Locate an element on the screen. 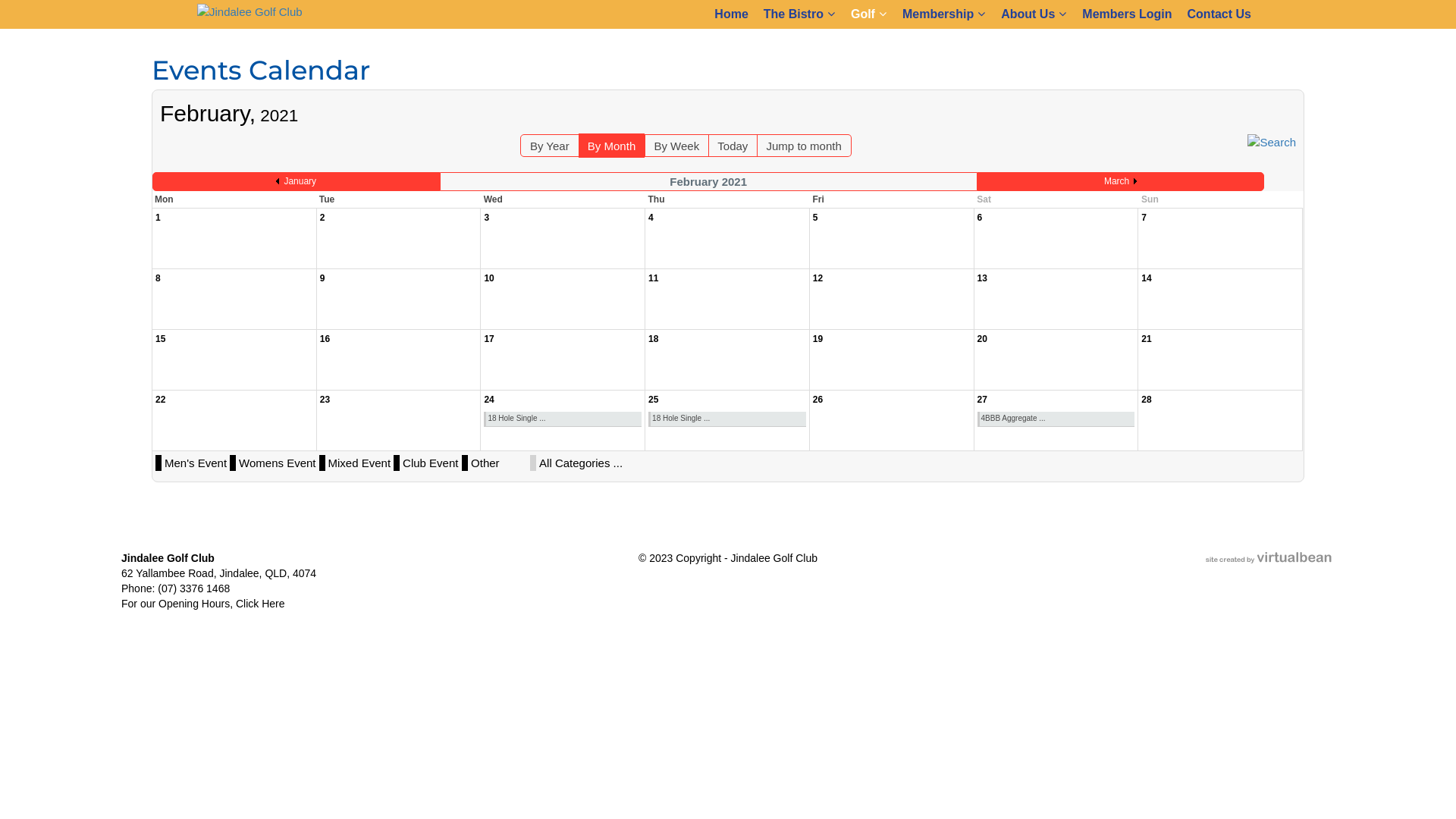  '25' is located at coordinates (653, 399).